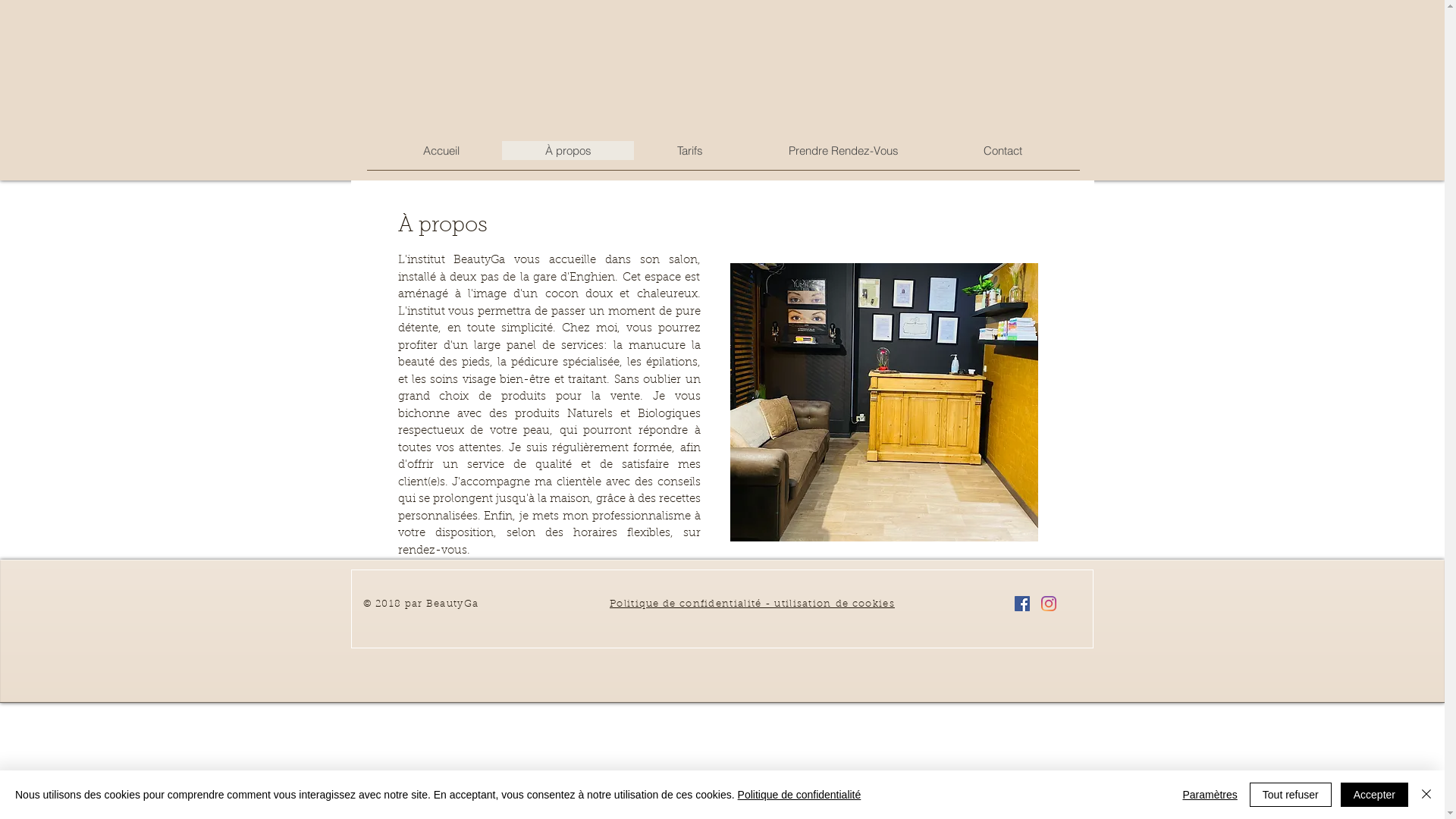 This screenshot has height=819, width=1456. I want to click on 'Tout refuser', so click(1249, 794).